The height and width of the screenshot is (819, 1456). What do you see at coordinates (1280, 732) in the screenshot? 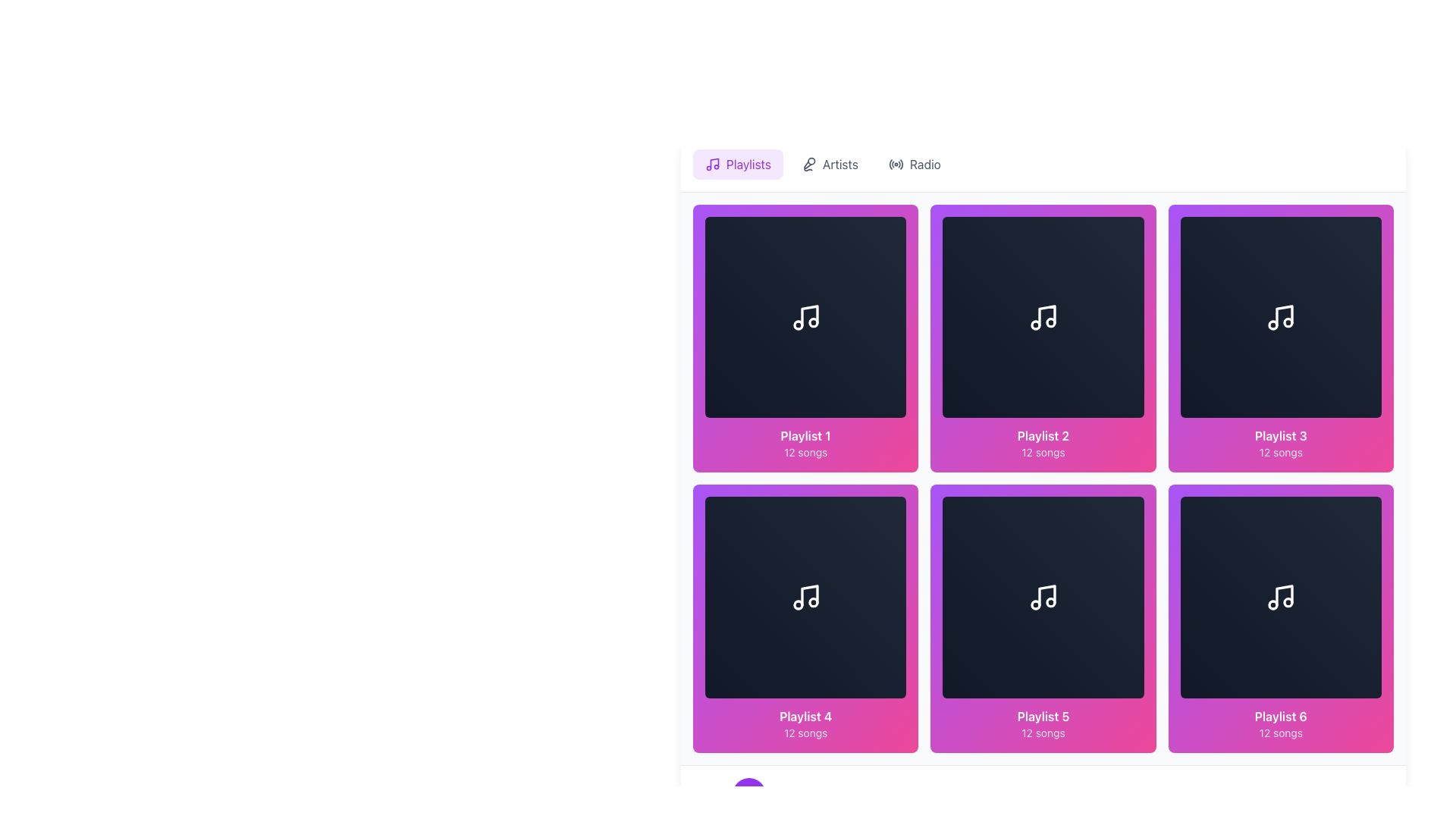
I see `the text label indicating the total number of songs (12) in 'Playlist 6' located at the bottom part of the card in the second row, third column of the grid layout` at bounding box center [1280, 732].